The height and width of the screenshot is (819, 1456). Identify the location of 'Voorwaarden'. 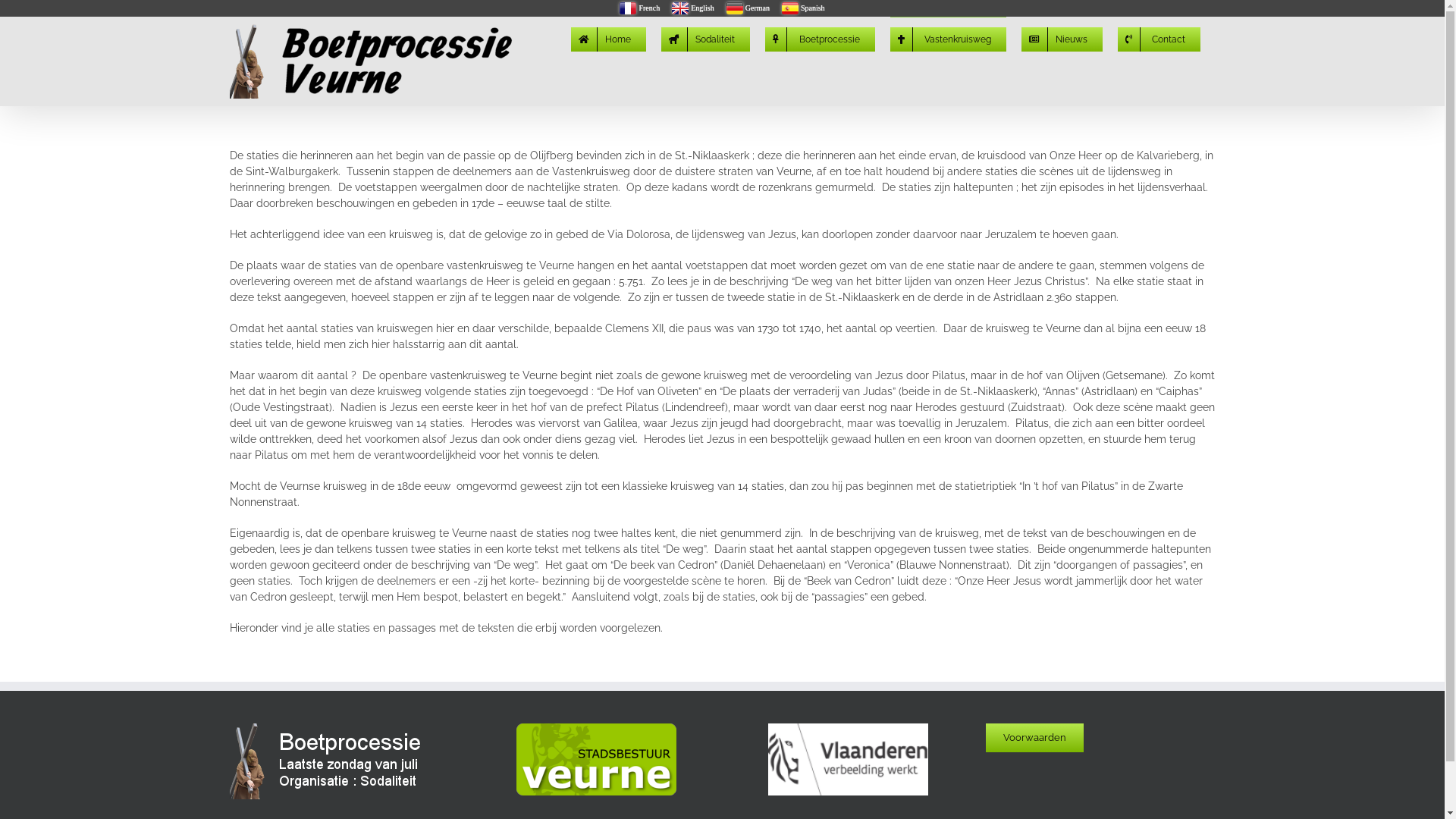
(986, 736).